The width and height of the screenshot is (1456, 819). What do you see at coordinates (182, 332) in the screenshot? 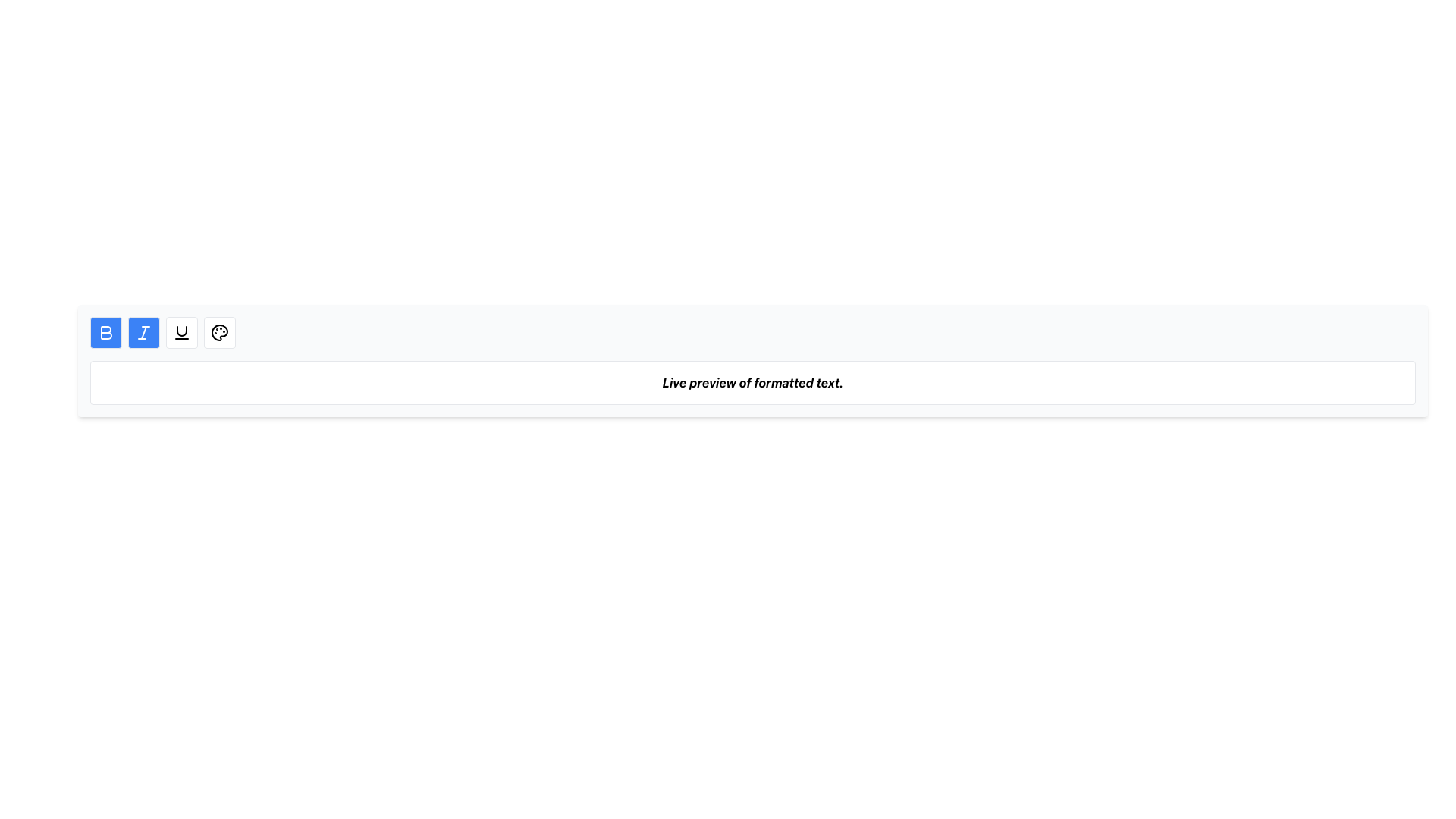
I see `the third button from the left in the toolbar above the text input area` at bounding box center [182, 332].